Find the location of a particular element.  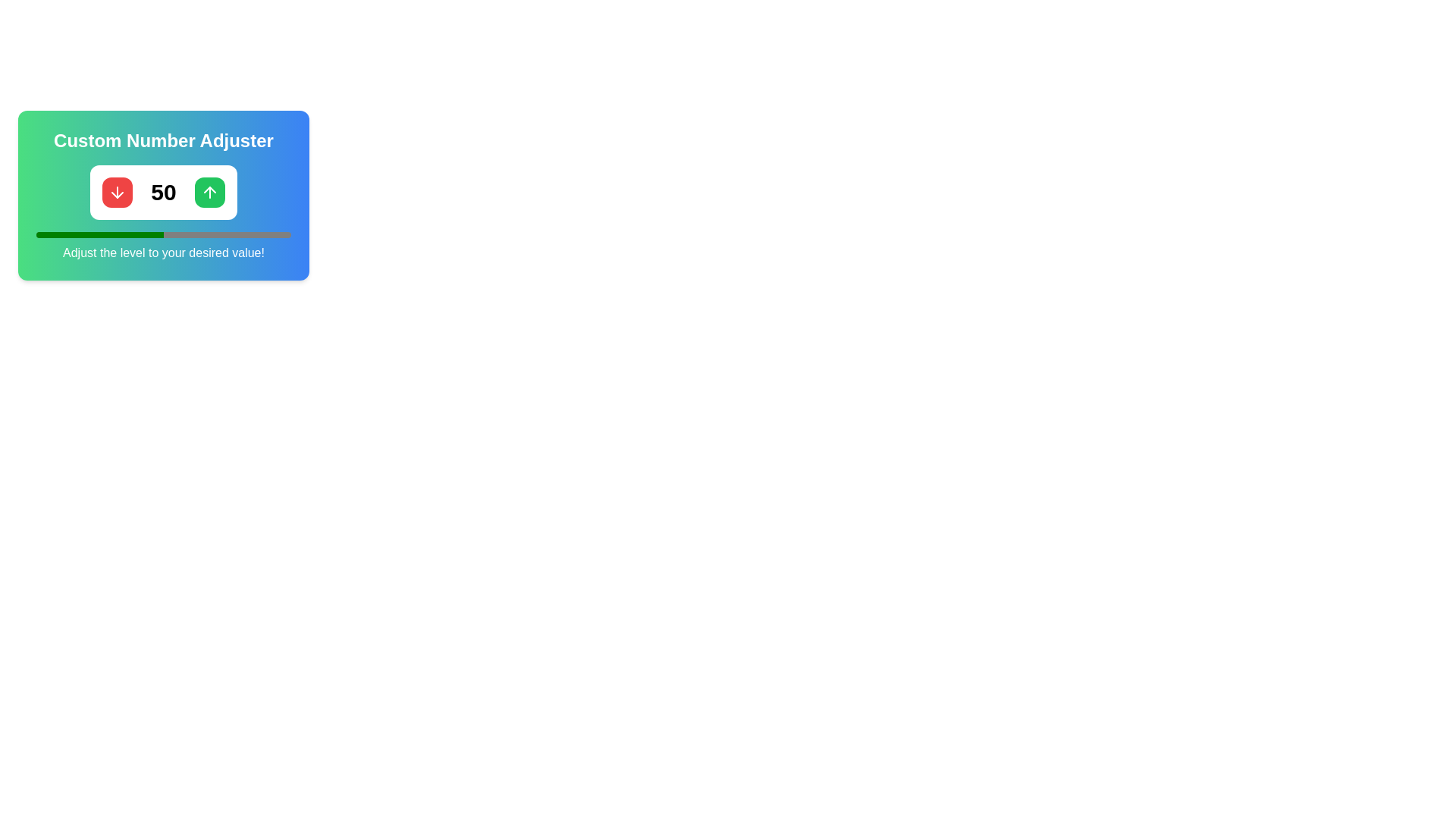

the slider value is located at coordinates (268, 234).